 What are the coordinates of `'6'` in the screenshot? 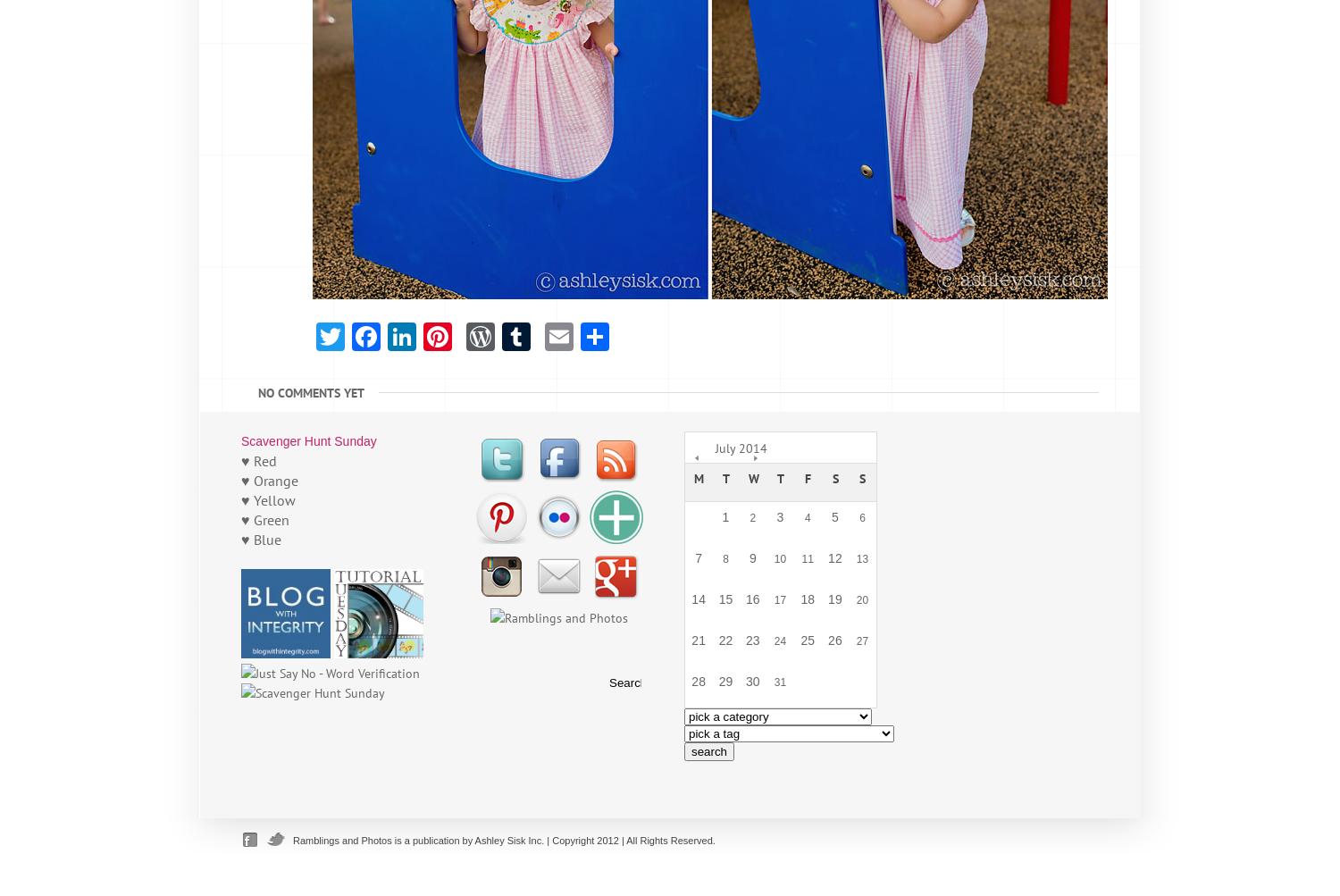 It's located at (860, 517).